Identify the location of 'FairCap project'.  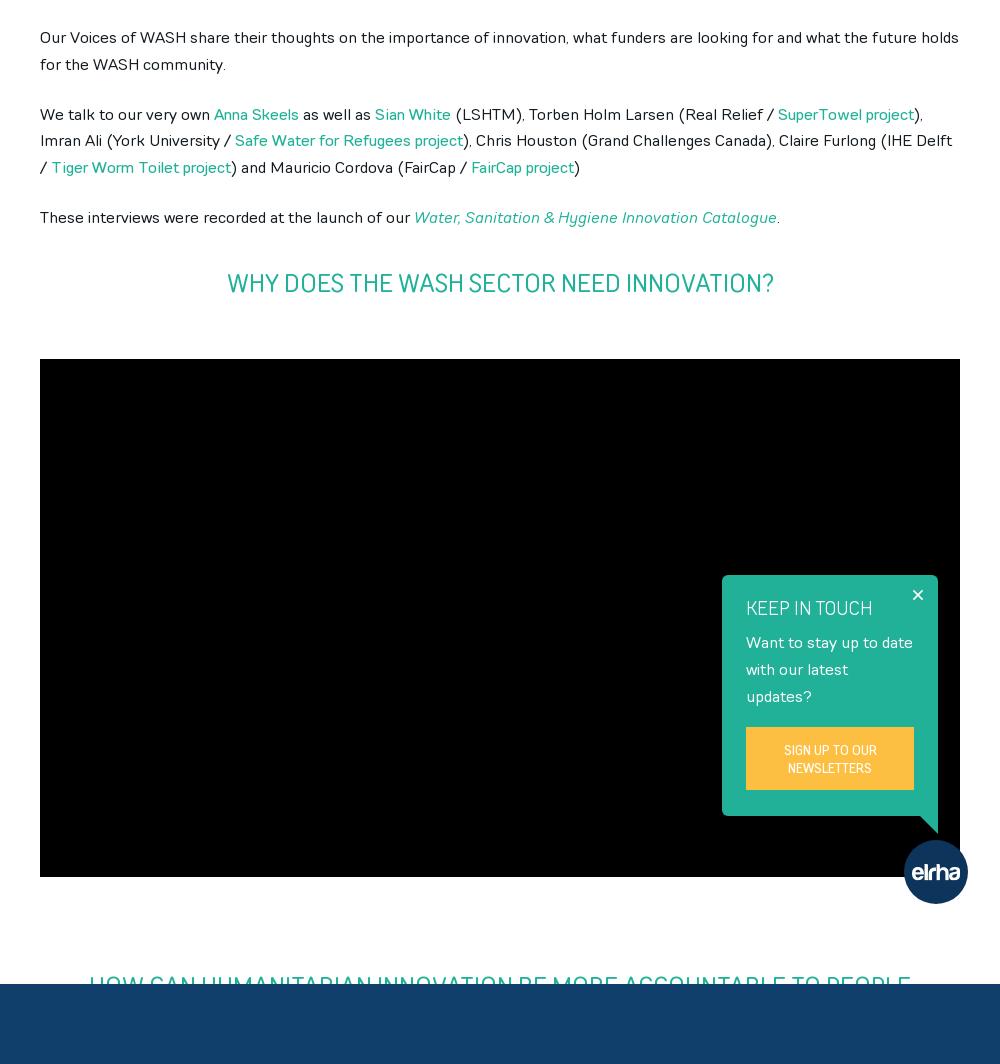
(522, 168).